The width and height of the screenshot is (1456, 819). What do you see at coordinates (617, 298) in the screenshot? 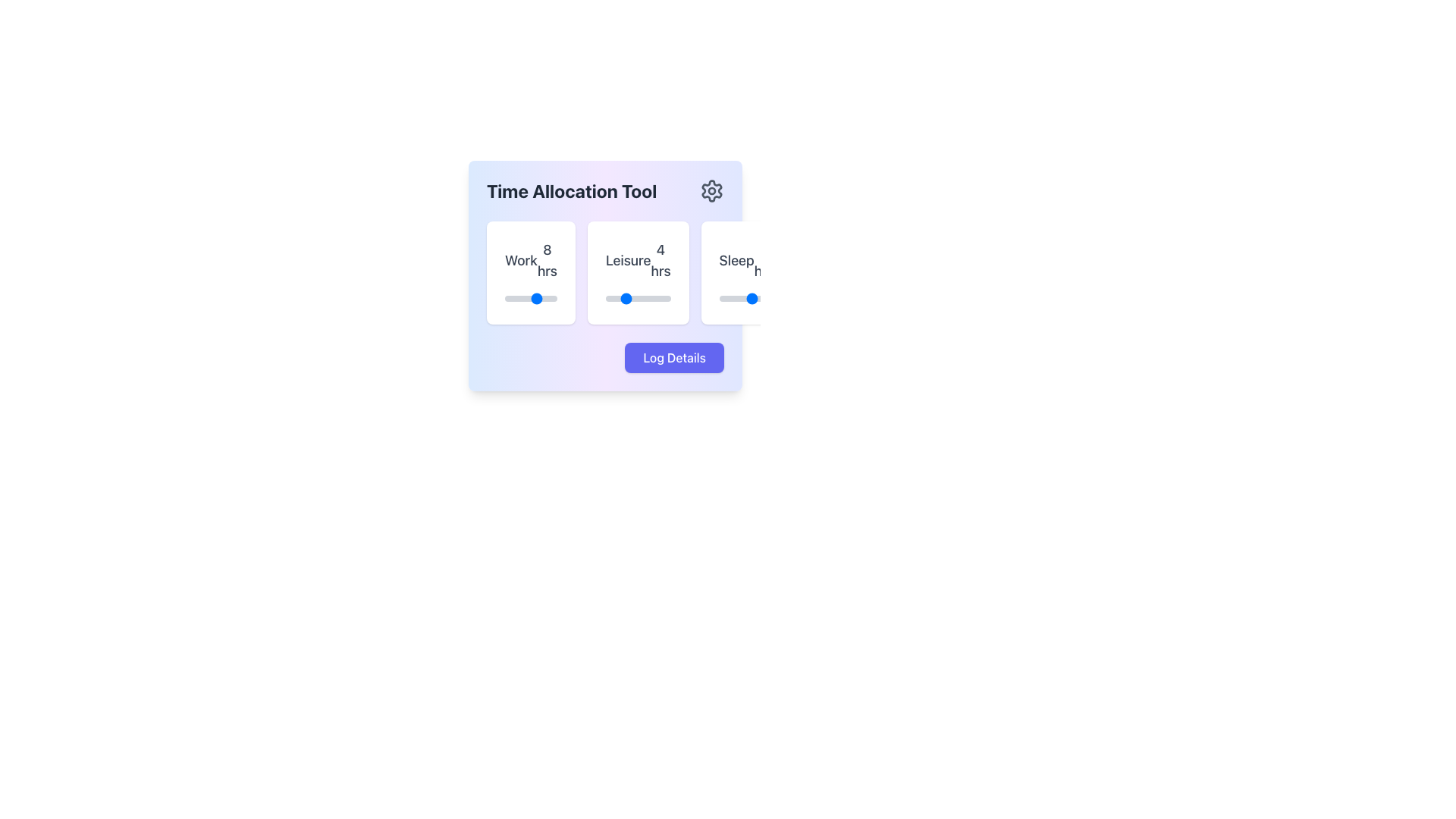
I see `the leisure time slider` at bounding box center [617, 298].